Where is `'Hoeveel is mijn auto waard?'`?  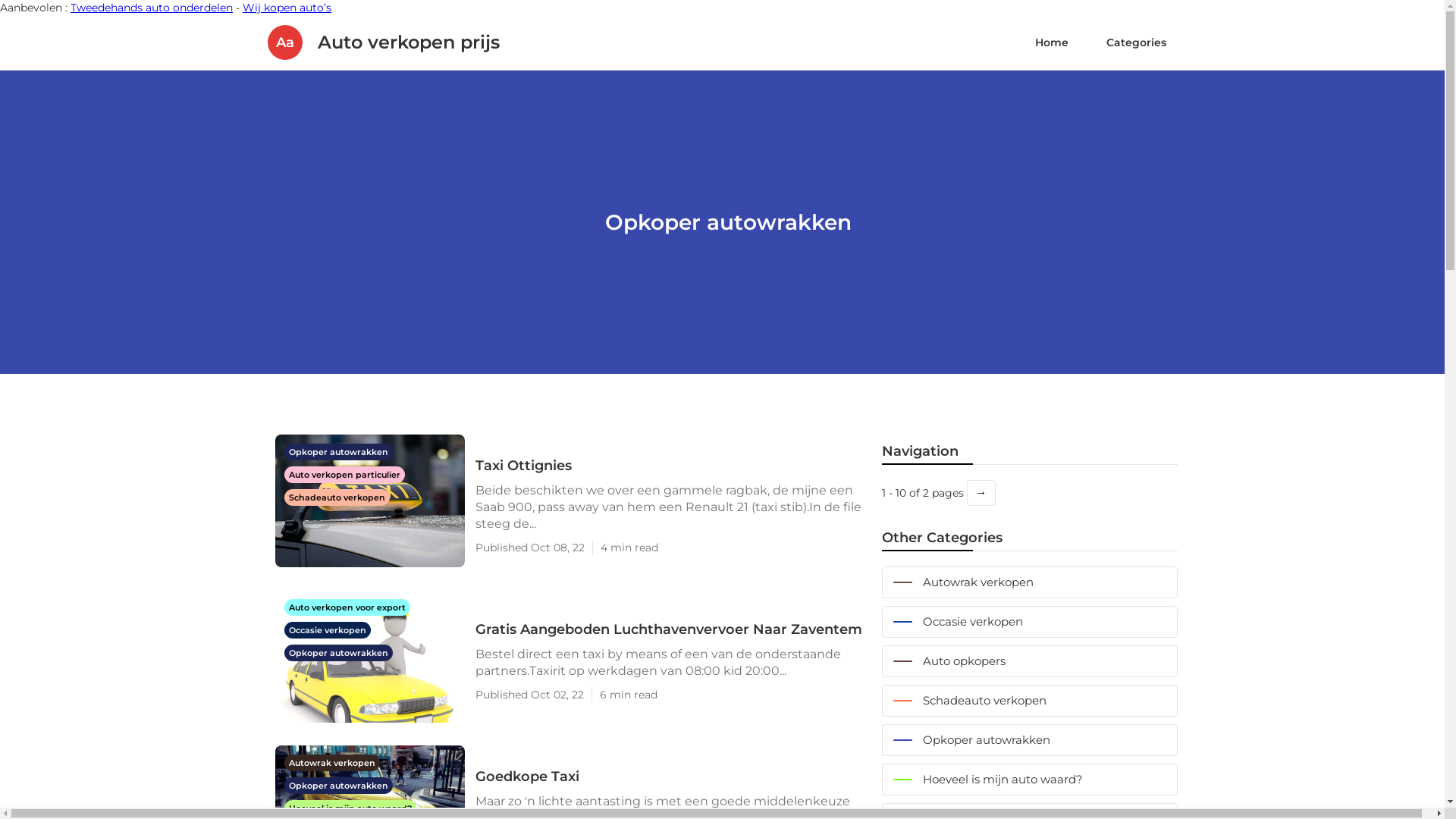 'Hoeveel is mijn auto waard?' is located at coordinates (1029, 780).